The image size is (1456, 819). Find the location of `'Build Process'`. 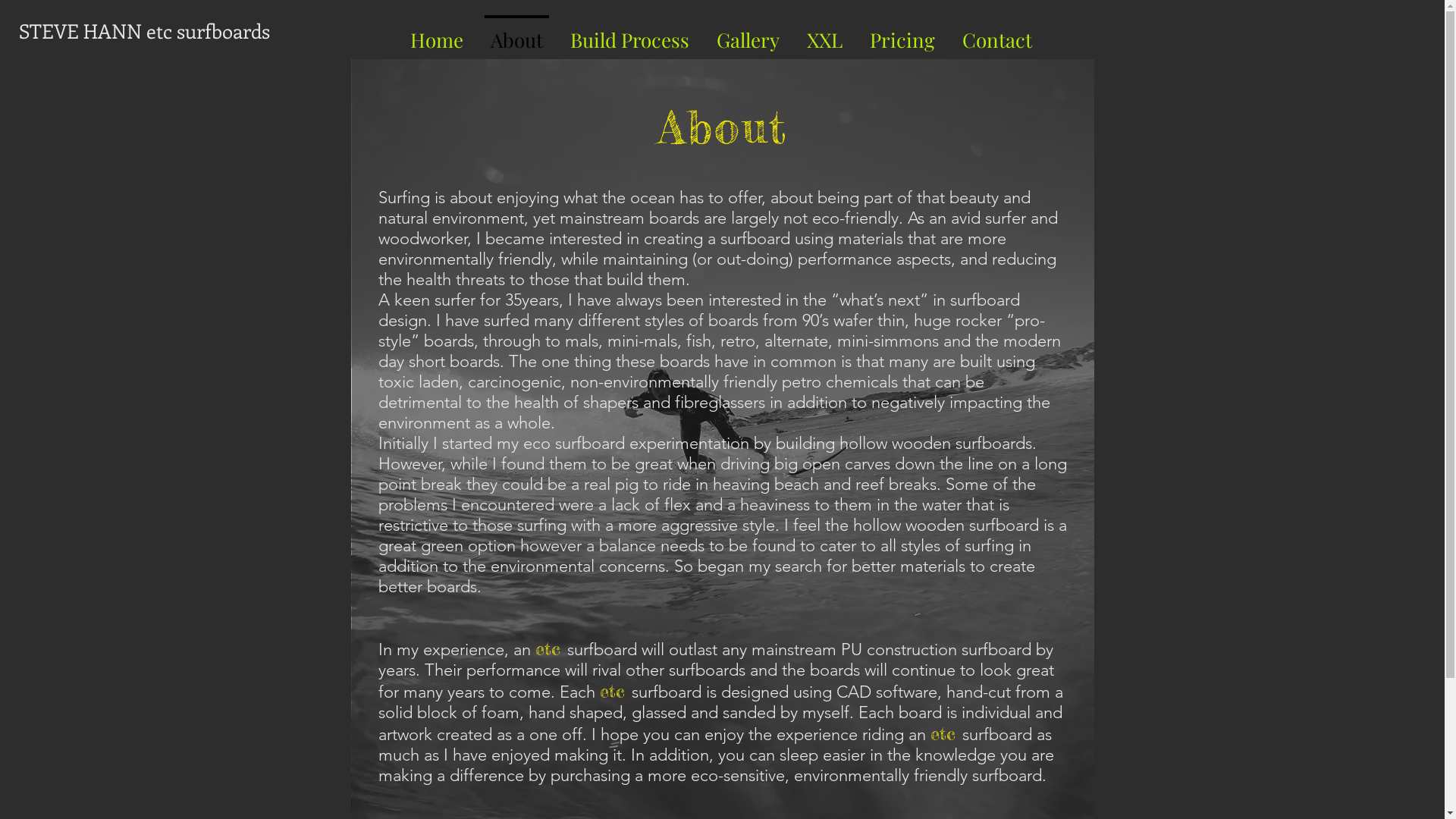

'Build Process' is located at coordinates (629, 33).